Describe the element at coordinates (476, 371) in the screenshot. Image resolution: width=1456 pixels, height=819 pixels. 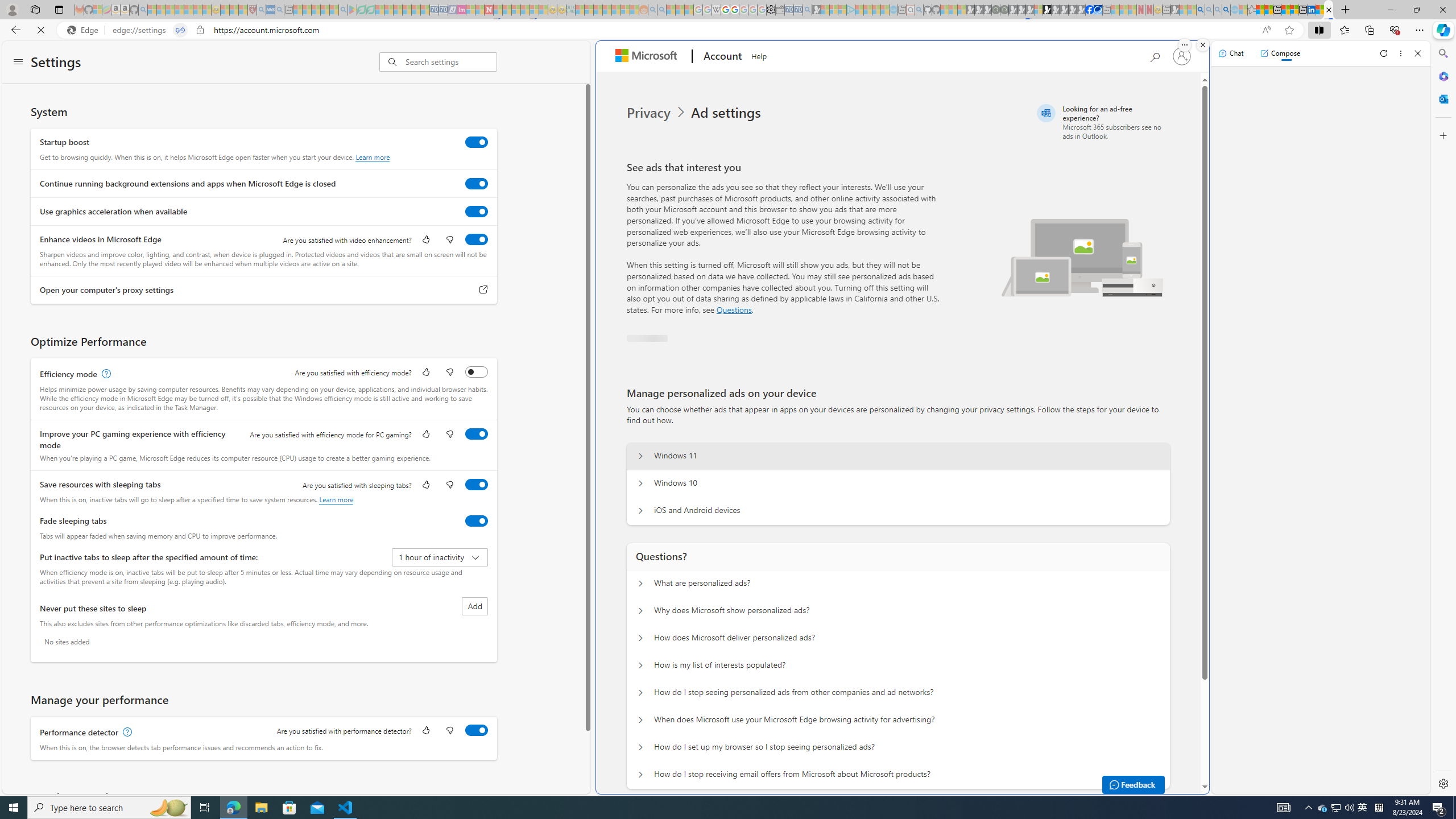
I see `'Efficiency mode'` at that location.